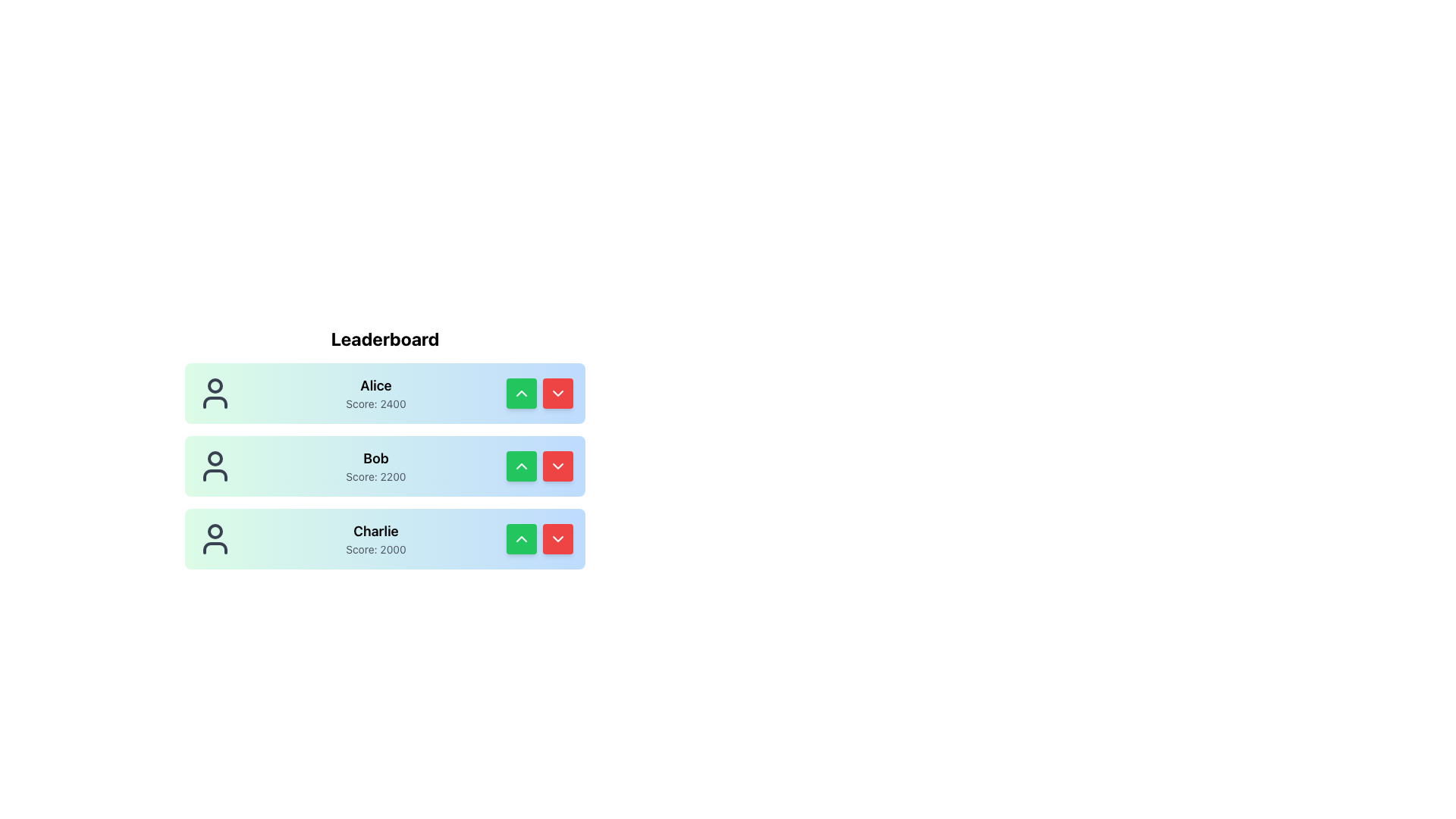 The width and height of the screenshot is (1456, 819). What do you see at coordinates (557, 465) in the screenshot?
I see `the downward chevron icon located in the middle of the red button in the 'Bob' section of the leaderboard` at bounding box center [557, 465].